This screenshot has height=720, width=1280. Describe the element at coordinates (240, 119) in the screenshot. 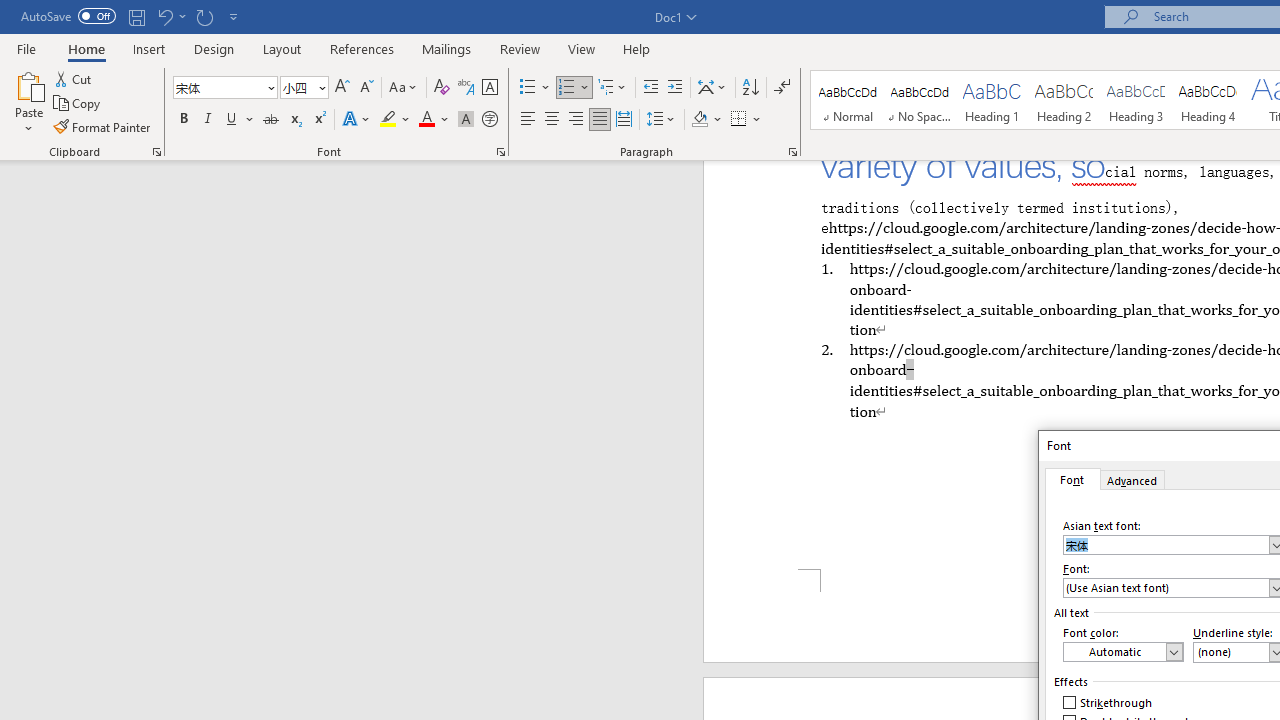

I see `'Underline'` at that location.